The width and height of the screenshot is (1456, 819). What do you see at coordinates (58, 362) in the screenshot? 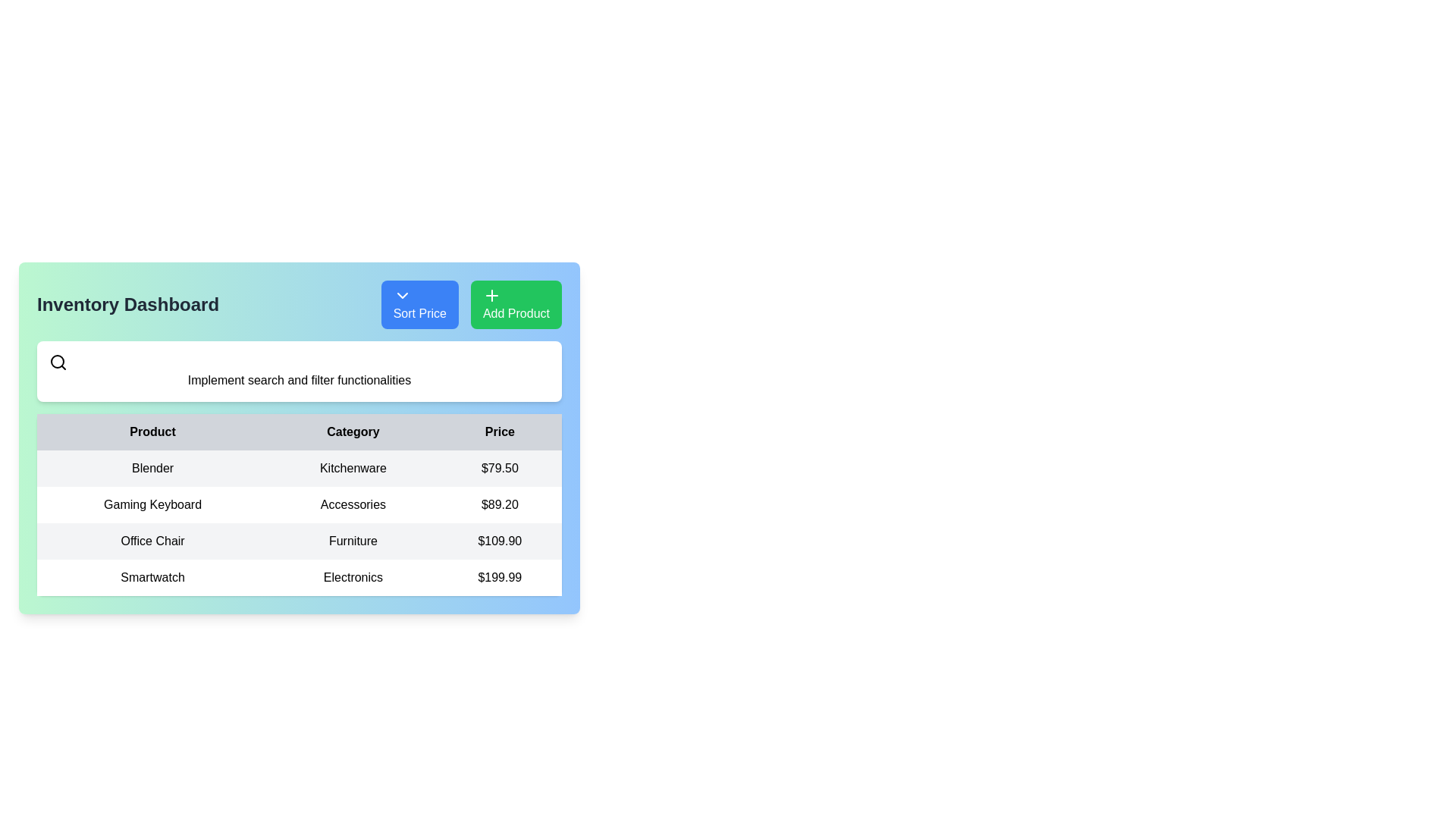
I see `the search icon by clicking on the circular magnifying glass lens located at the top left of the application interface` at bounding box center [58, 362].